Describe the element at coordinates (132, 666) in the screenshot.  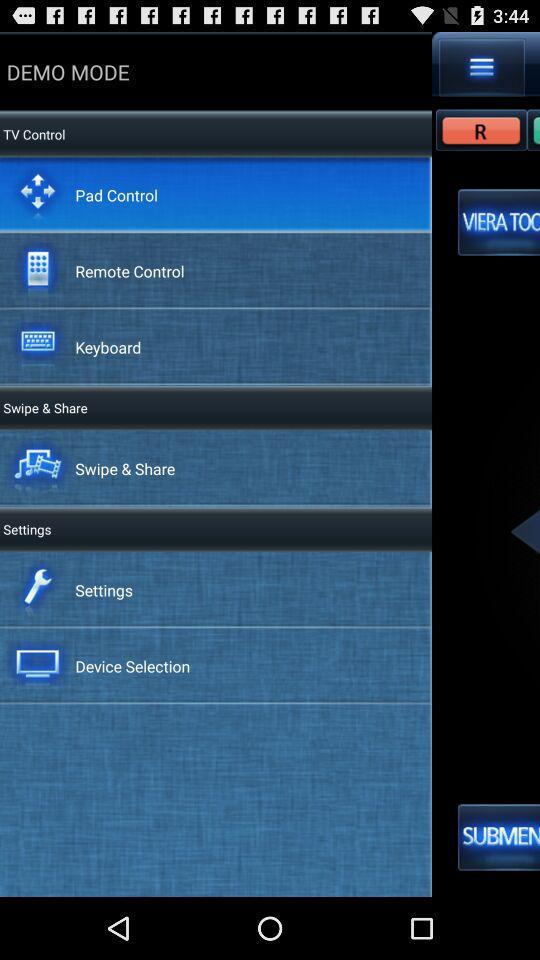
I see `device selection app` at that location.